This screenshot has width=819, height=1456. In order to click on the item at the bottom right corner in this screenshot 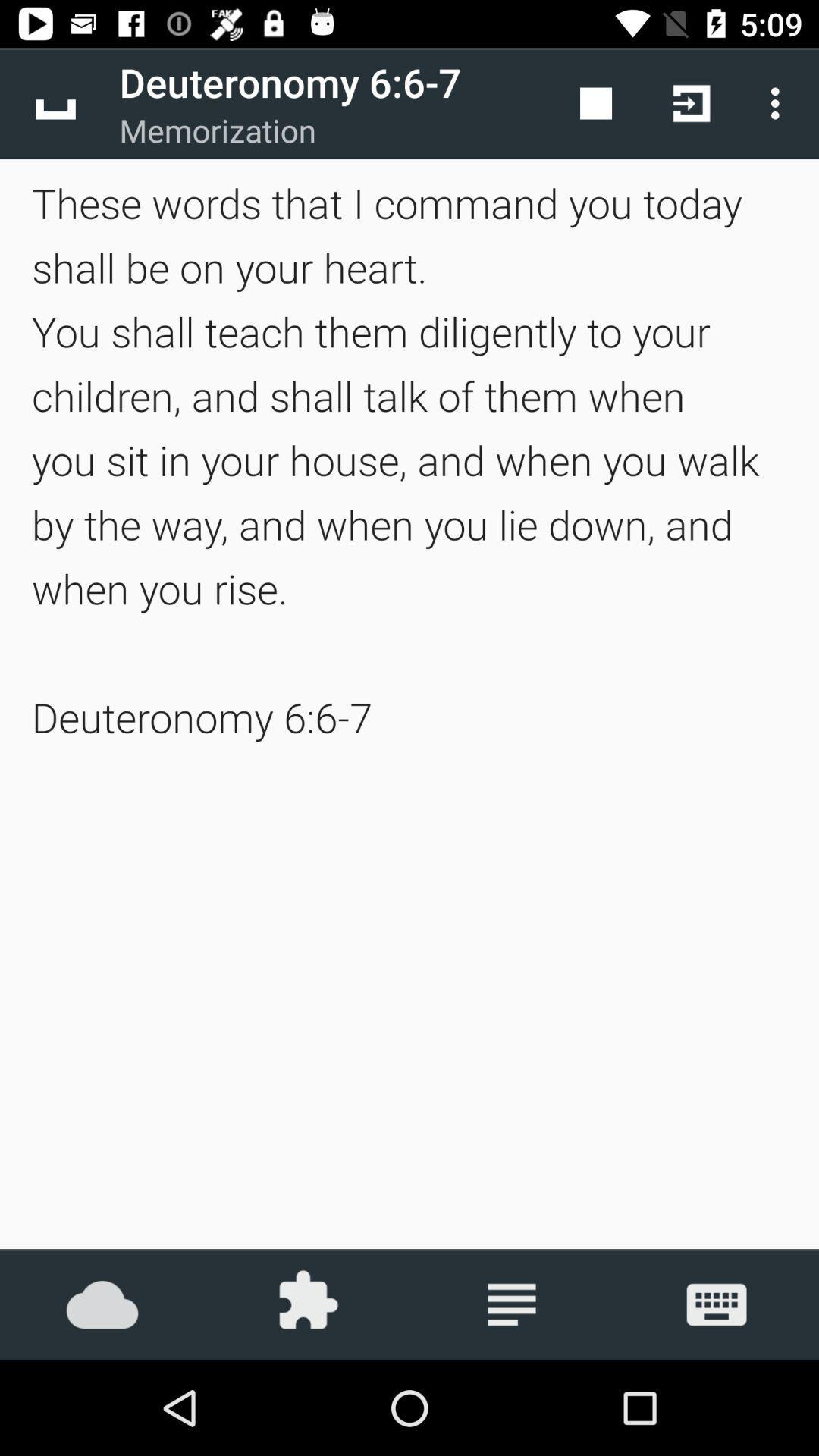, I will do `click(717, 1304)`.